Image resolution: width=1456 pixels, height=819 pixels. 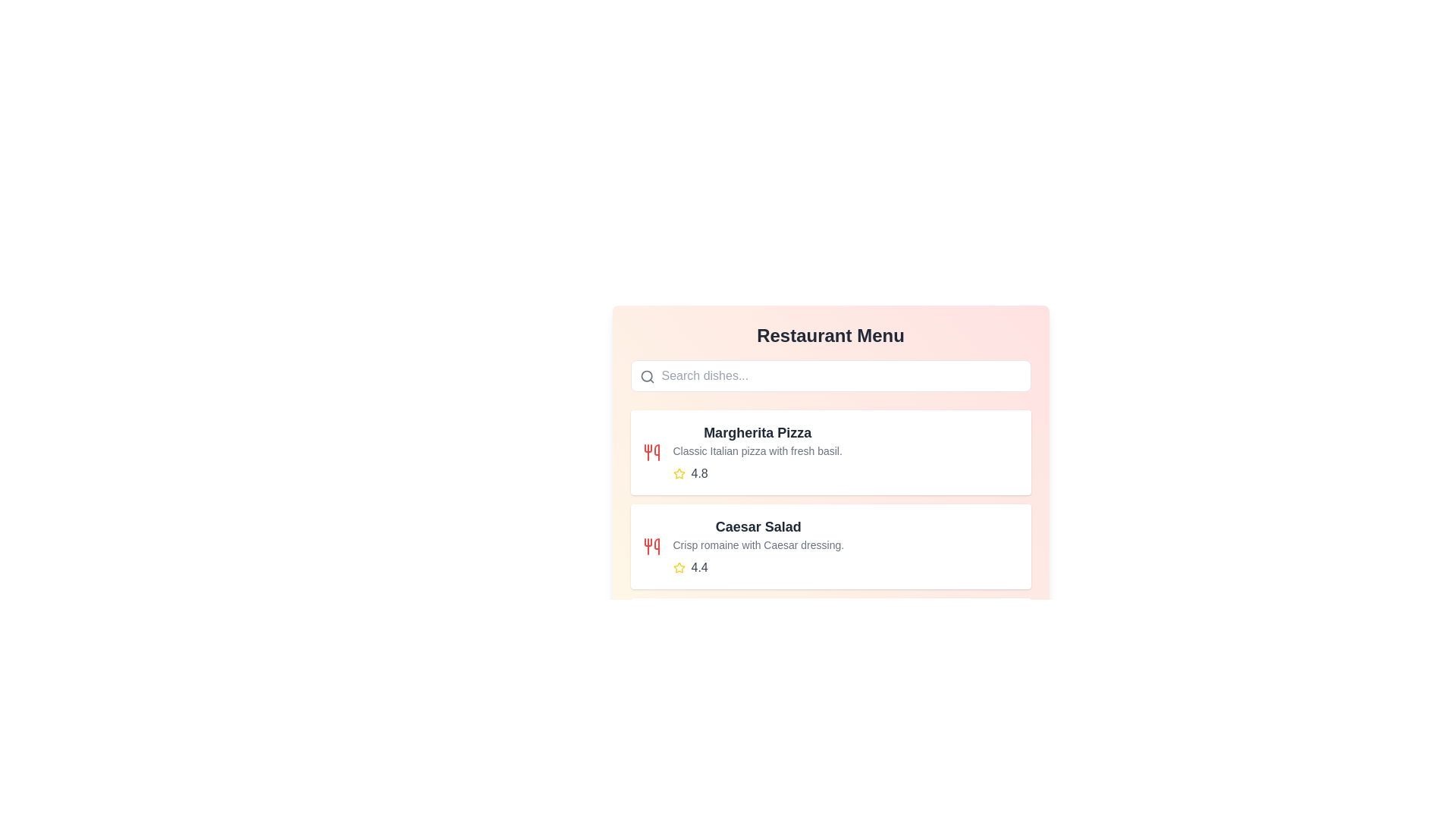 What do you see at coordinates (651, 547) in the screenshot?
I see `the food-related icon for the 'Caesar Salad' menu item, which is aligned to the left of the item's title and description` at bounding box center [651, 547].